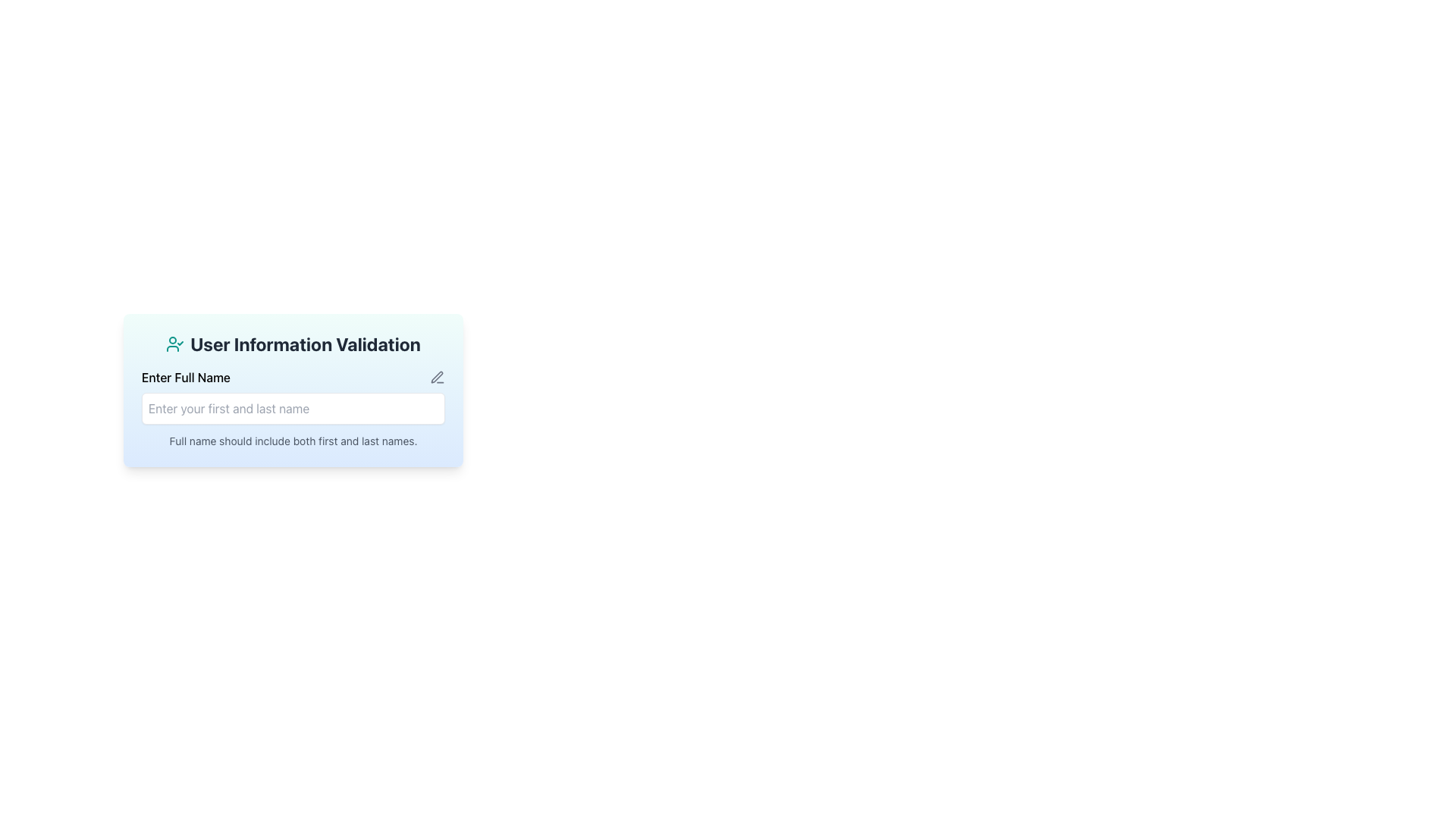 Image resolution: width=1456 pixels, height=819 pixels. Describe the element at coordinates (436, 376) in the screenshot. I see `the gray stylized icon depicting a diagonal pen-like line with a filled circle, located near the input field labeled 'Enter Full Name', to retrieve error details` at that location.